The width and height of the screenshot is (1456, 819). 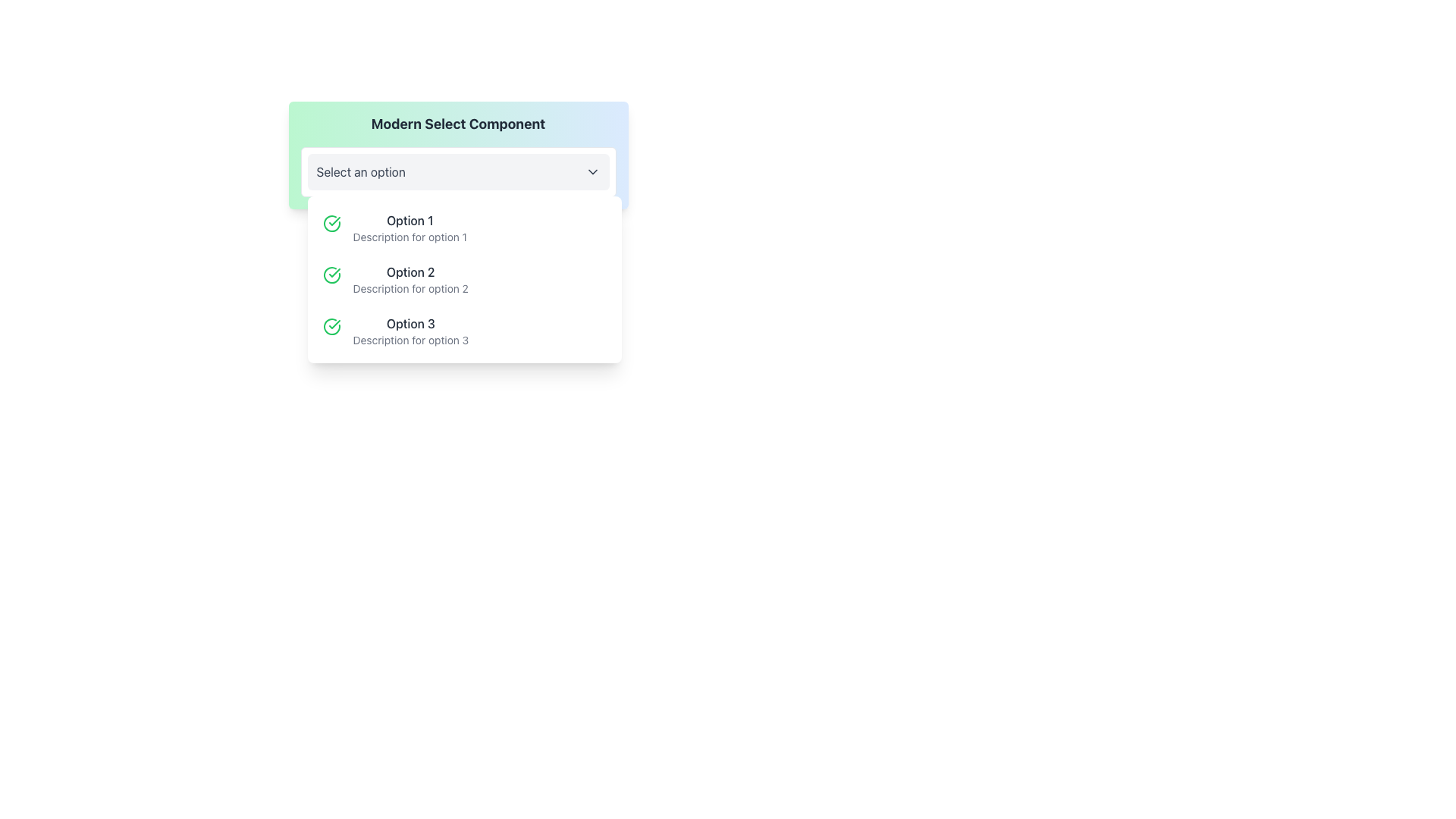 What do you see at coordinates (410, 339) in the screenshot?
I see `the text element reading 'Description for option 3', which is a smaller gray font located directly below the title 'Option 3' in the dropdown menu` at bounding box center [410, 339].